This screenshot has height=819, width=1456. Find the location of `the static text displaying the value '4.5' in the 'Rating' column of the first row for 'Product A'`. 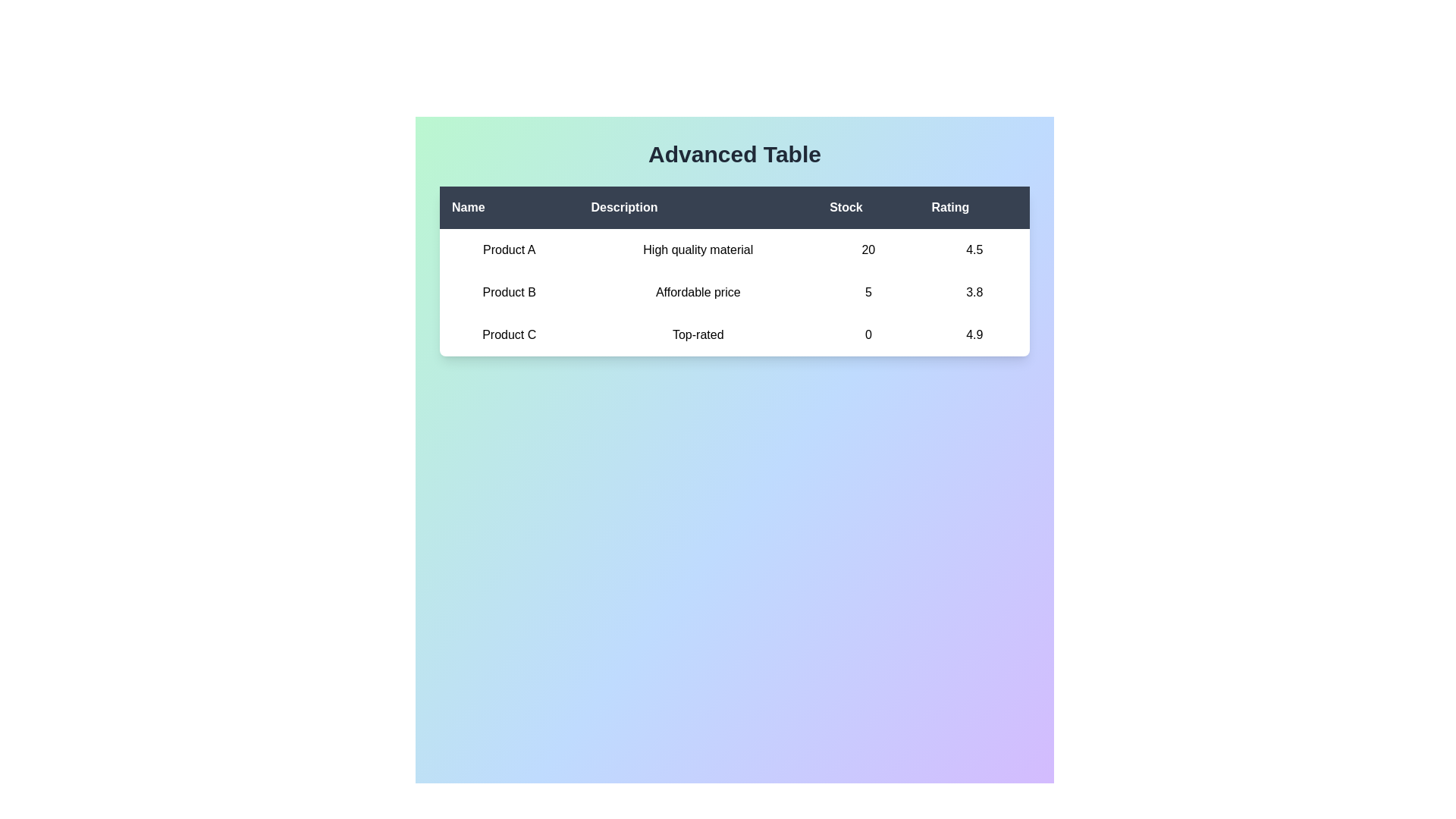

the static text displaying the value '4.5' in the 'Rating' column of the first row for 'Product A' is located at coordinates (974, 249).